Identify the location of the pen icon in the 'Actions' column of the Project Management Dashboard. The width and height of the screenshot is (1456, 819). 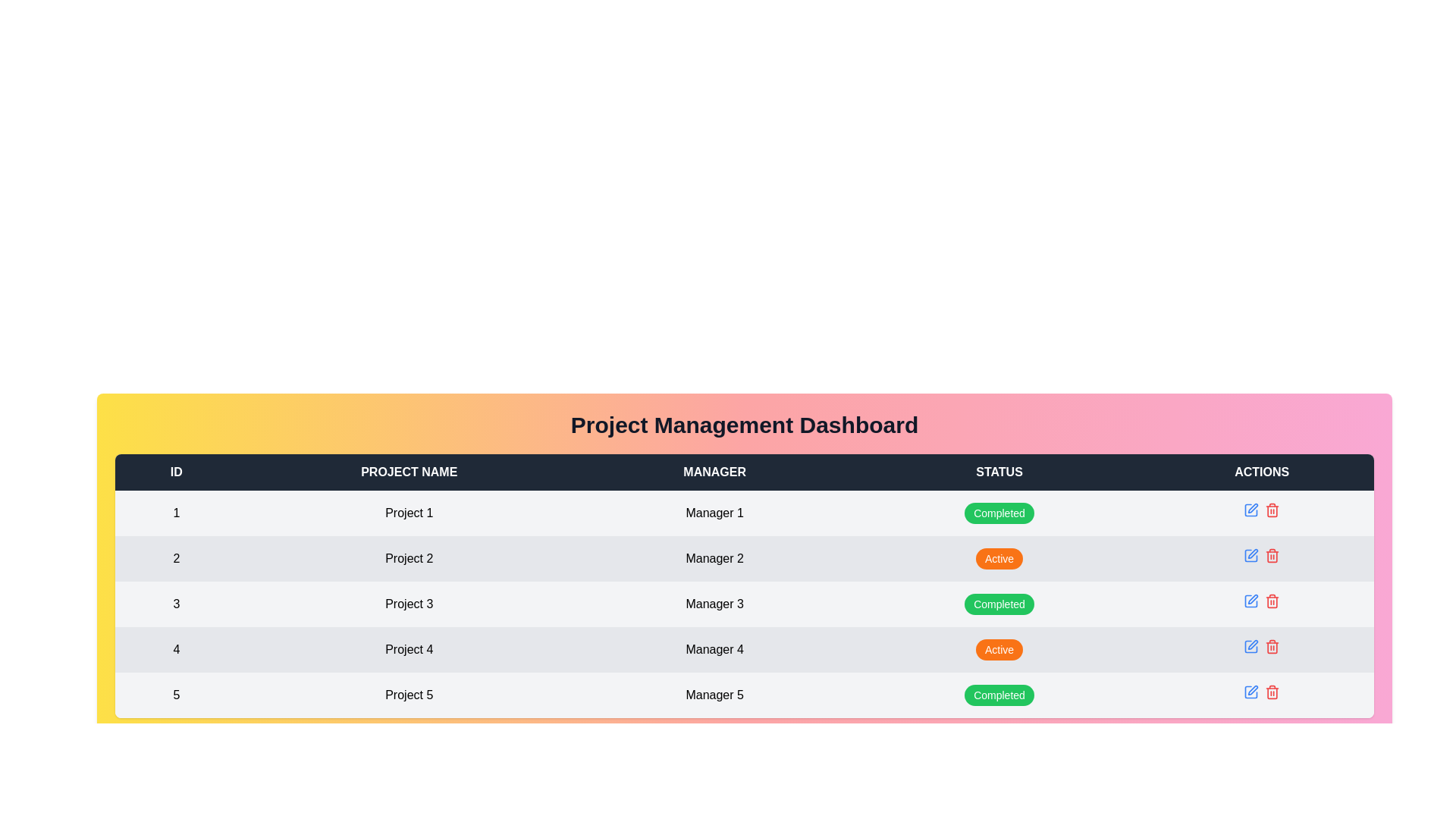
(1253, 645).